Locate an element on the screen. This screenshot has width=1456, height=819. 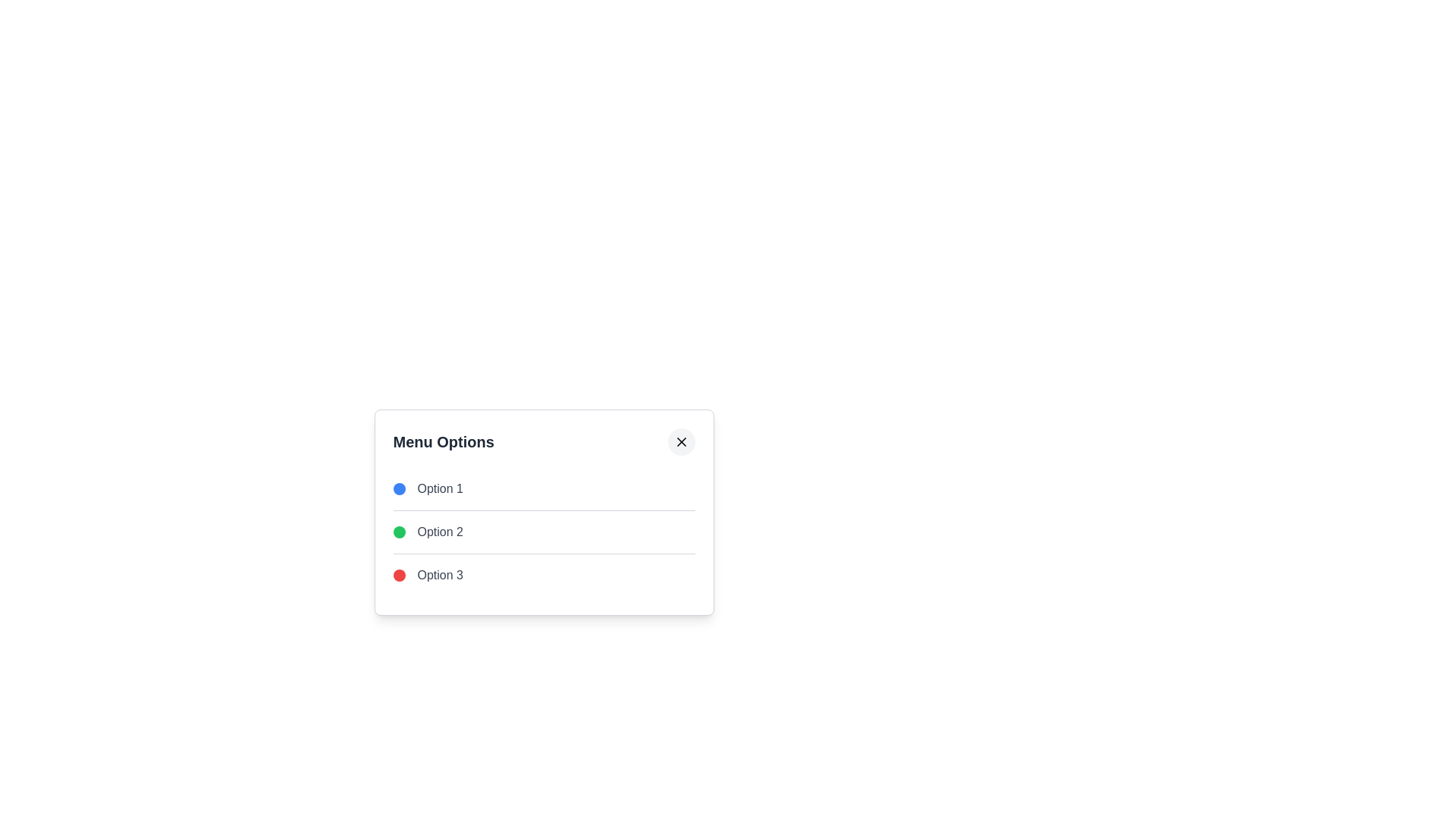
the Status indicator next to 'Option 2' in the 'Menu Options' section to visually indicate its status is located at coordinates (399, 532).